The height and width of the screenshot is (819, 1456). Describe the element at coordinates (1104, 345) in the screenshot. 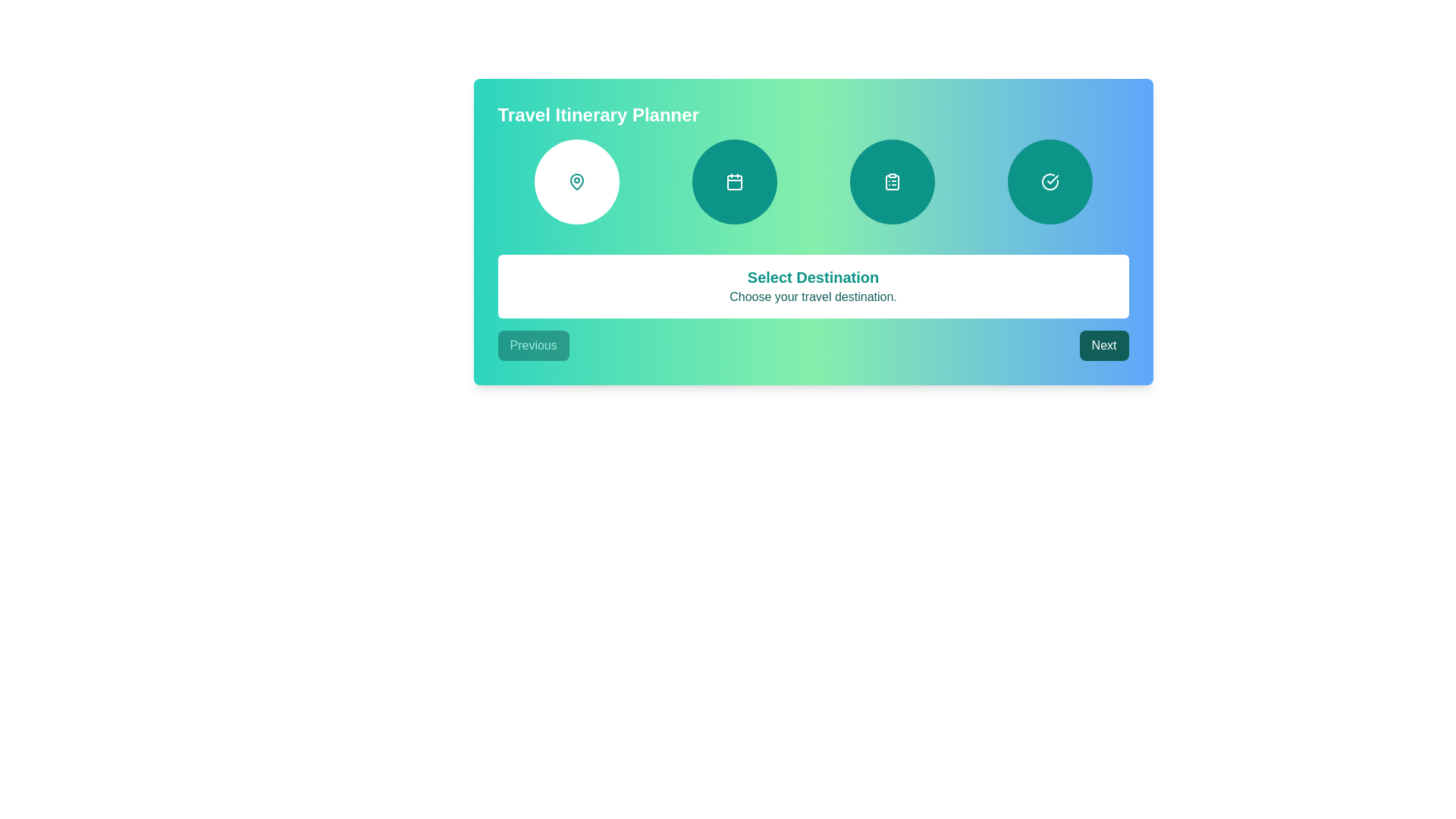

I see `the second button in the navigation sequence, located to the far right and aligned with the 'Previous' button` at that location.